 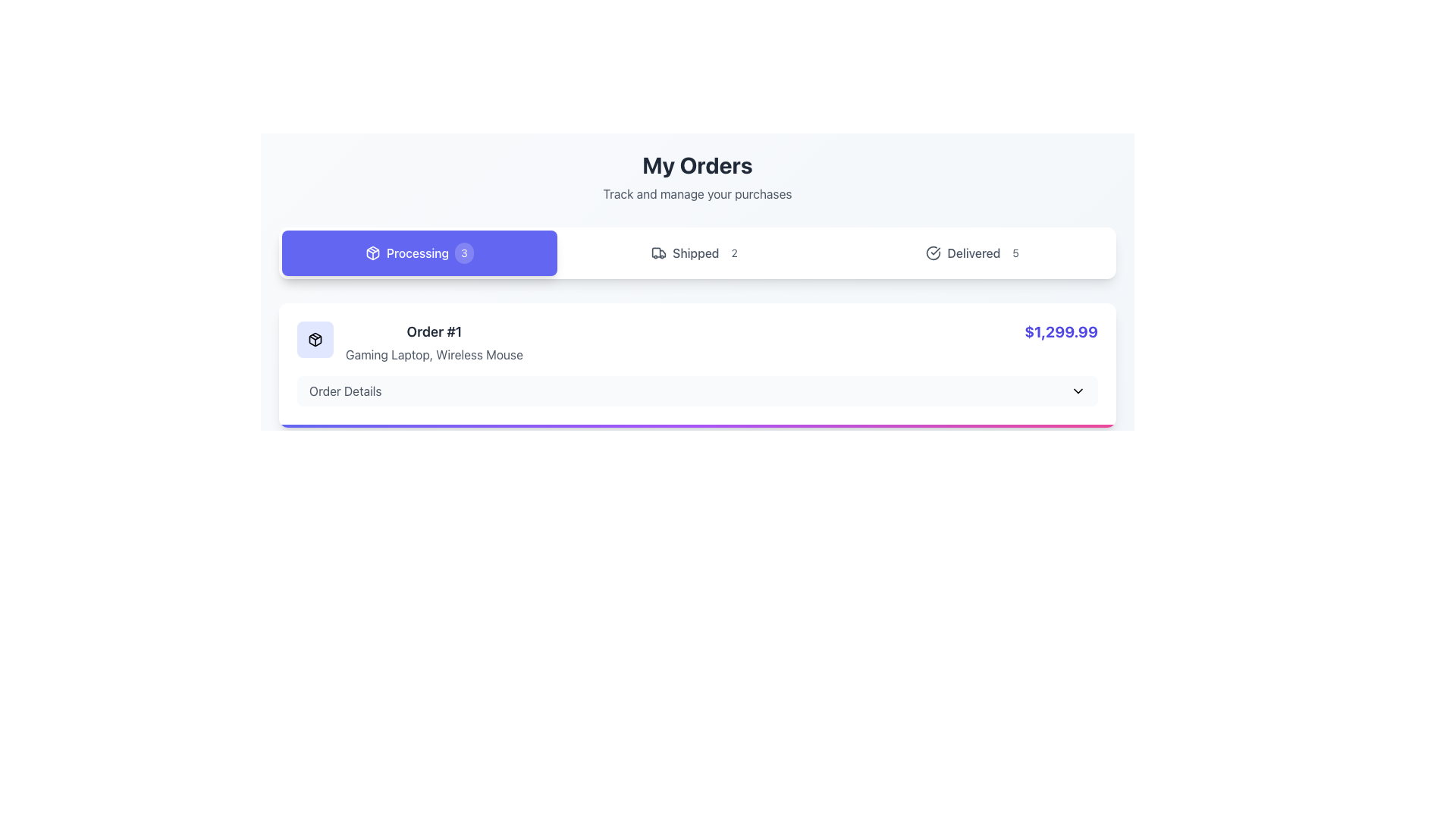 What do you see at coordinates (697, 426) in the screenshot?
I see `the thin rectangular gradient visual indicator located at the bottom of the order summary card, directly below the 'Order Details' button` at bounding box center [697, 426].